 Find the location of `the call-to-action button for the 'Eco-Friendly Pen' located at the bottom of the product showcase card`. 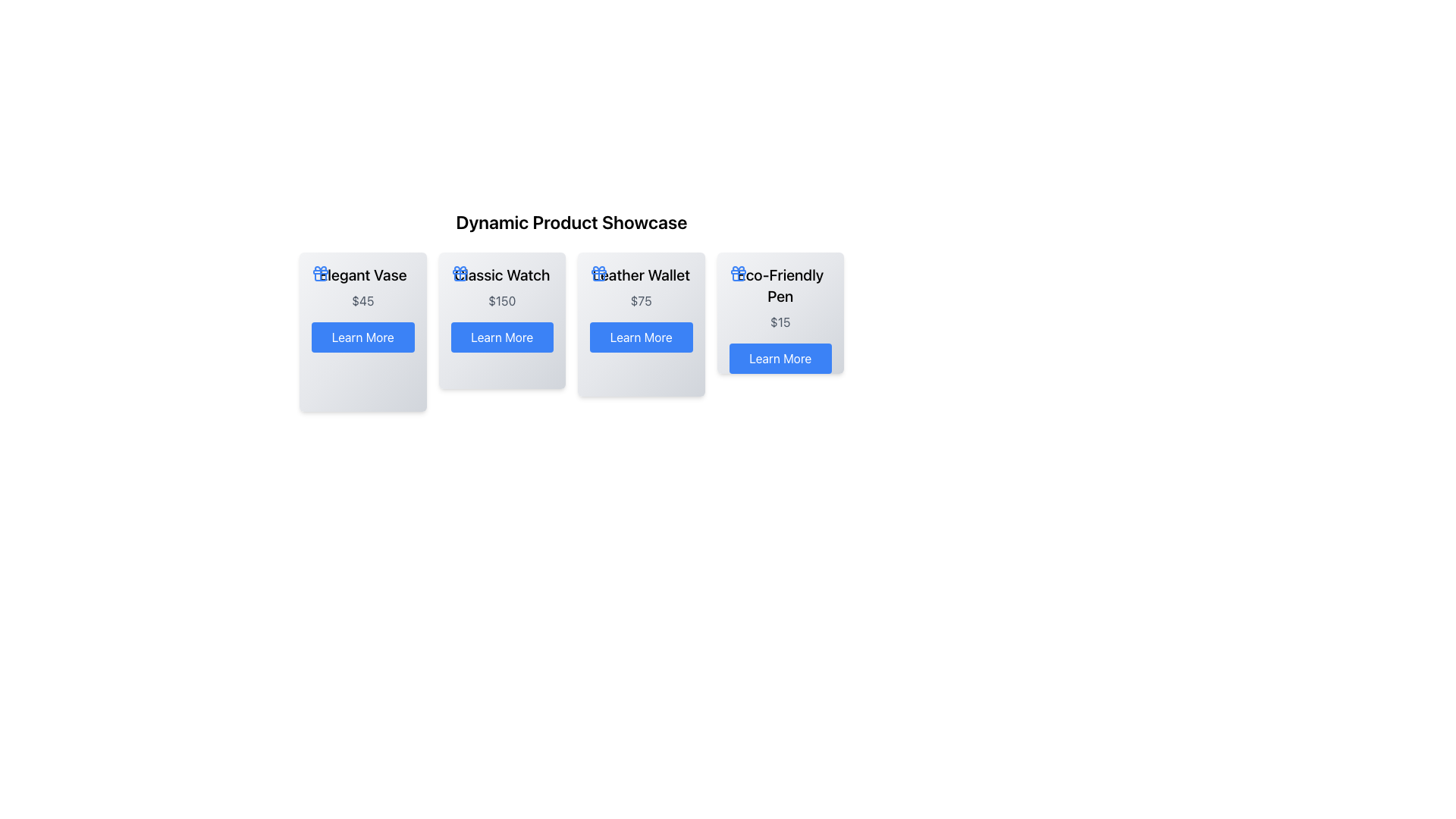

the call-to-action button for the 'Eco-Friendly Pen' located at the bottom of the product showcase card is located at coordinates (780, 359).